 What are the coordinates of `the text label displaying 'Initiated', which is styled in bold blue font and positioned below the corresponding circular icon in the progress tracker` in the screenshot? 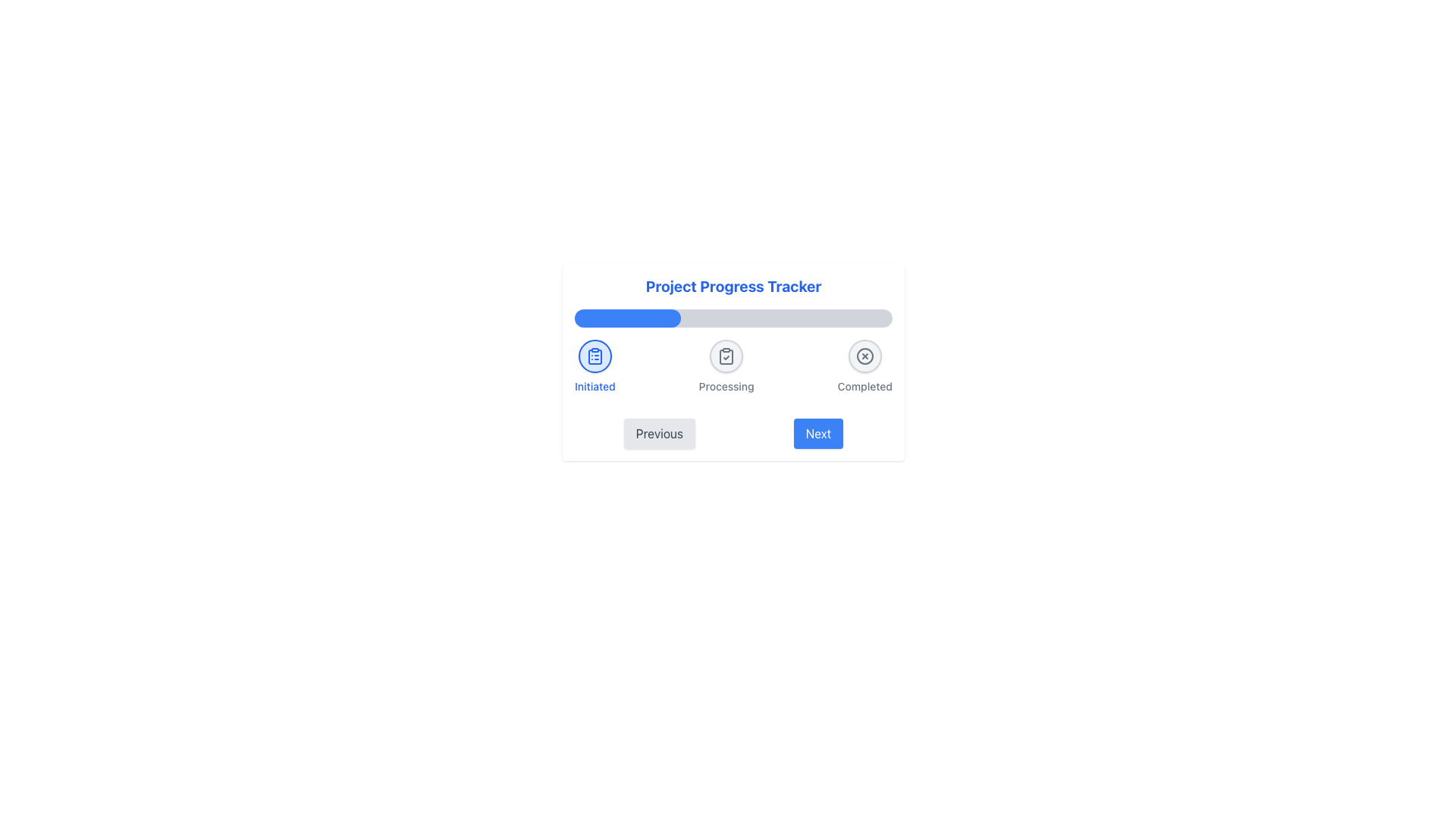 It's located at (594, 385).